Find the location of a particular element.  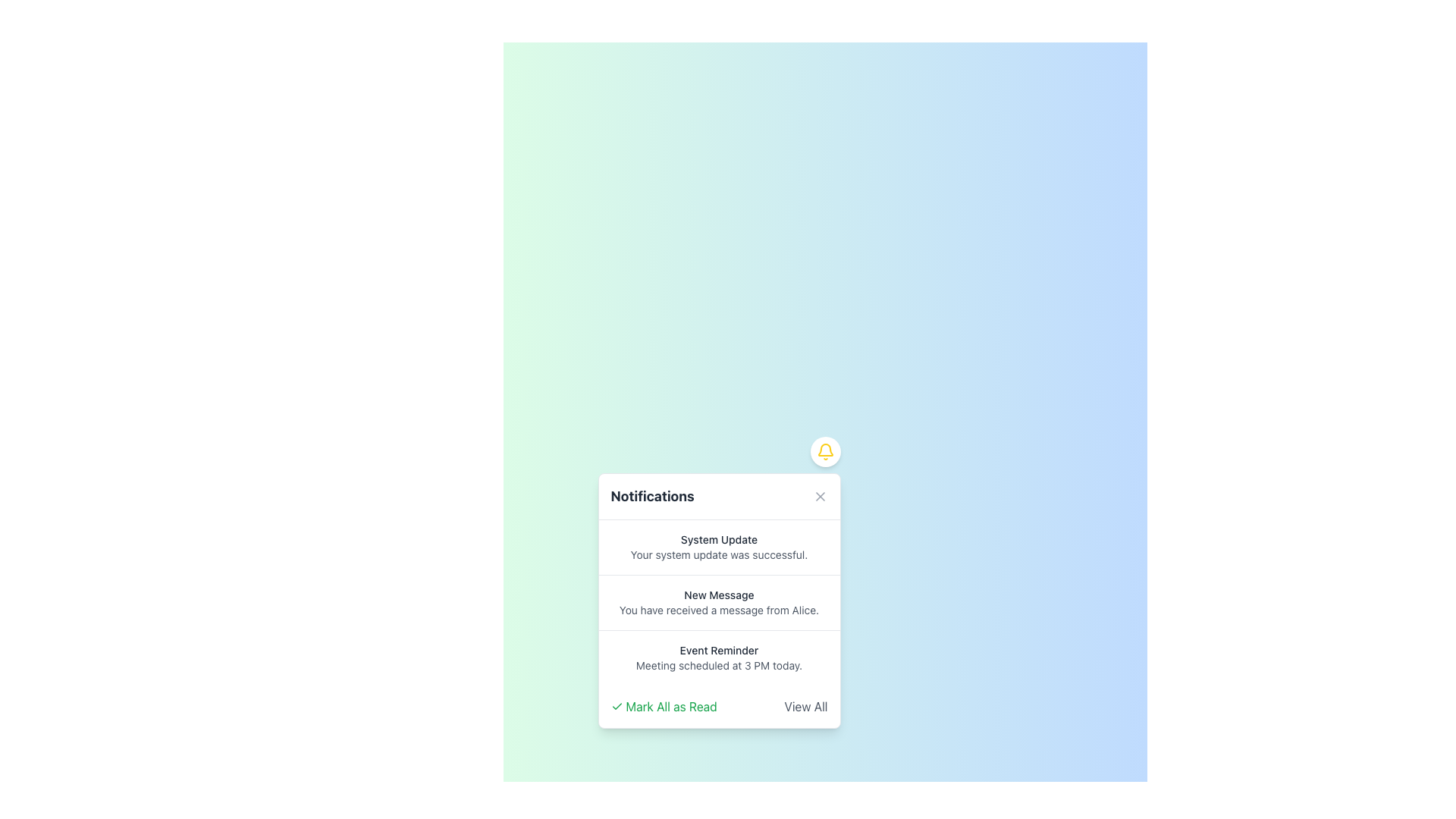

the green 'Mark All as Read' button with a checkmark icon located at the bottom of the notification pop-up to mark all notifications as read is located at coordinates (664, 707).